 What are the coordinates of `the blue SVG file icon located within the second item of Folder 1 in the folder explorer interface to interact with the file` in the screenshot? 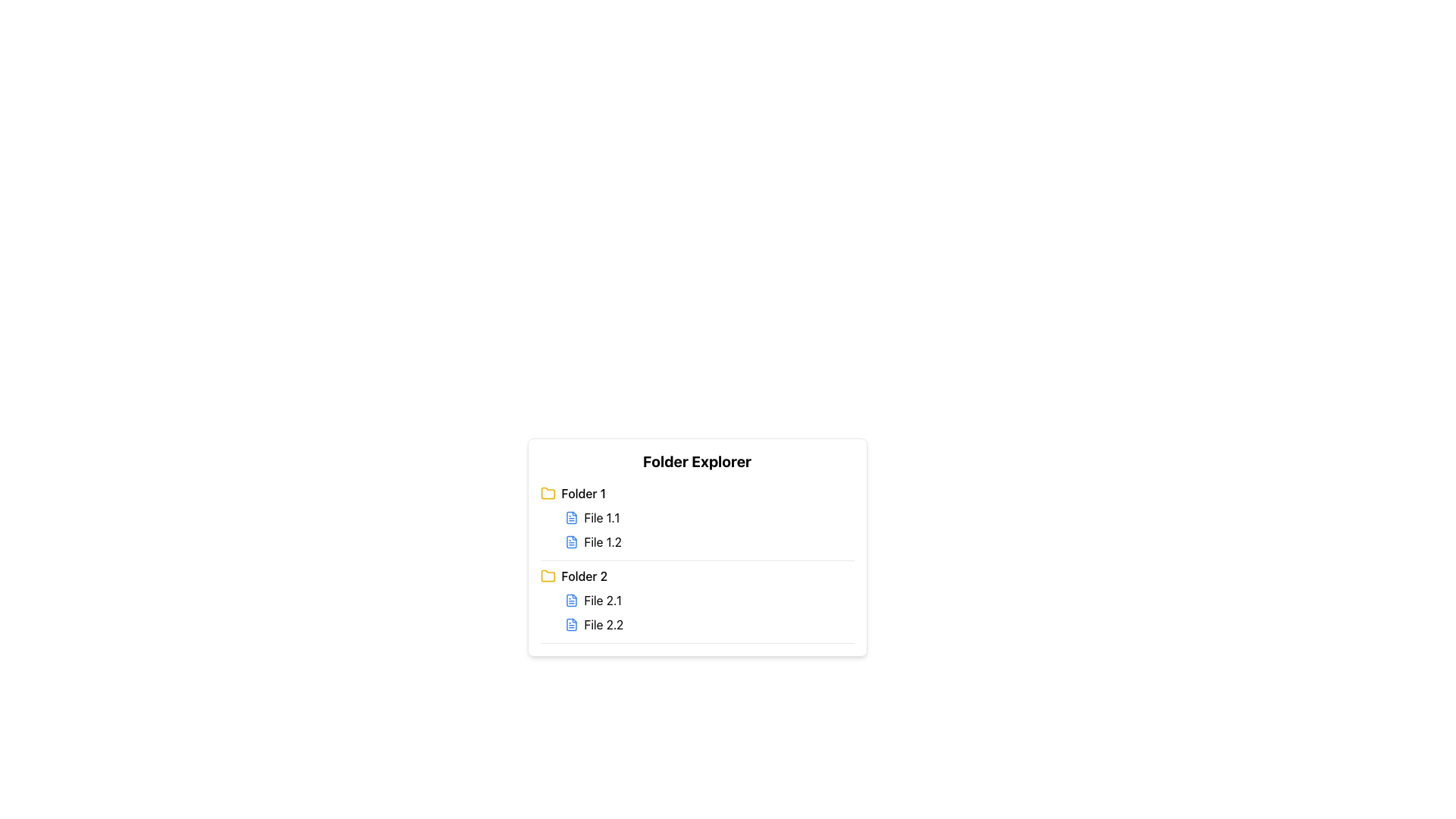 It's located at (570, 541).